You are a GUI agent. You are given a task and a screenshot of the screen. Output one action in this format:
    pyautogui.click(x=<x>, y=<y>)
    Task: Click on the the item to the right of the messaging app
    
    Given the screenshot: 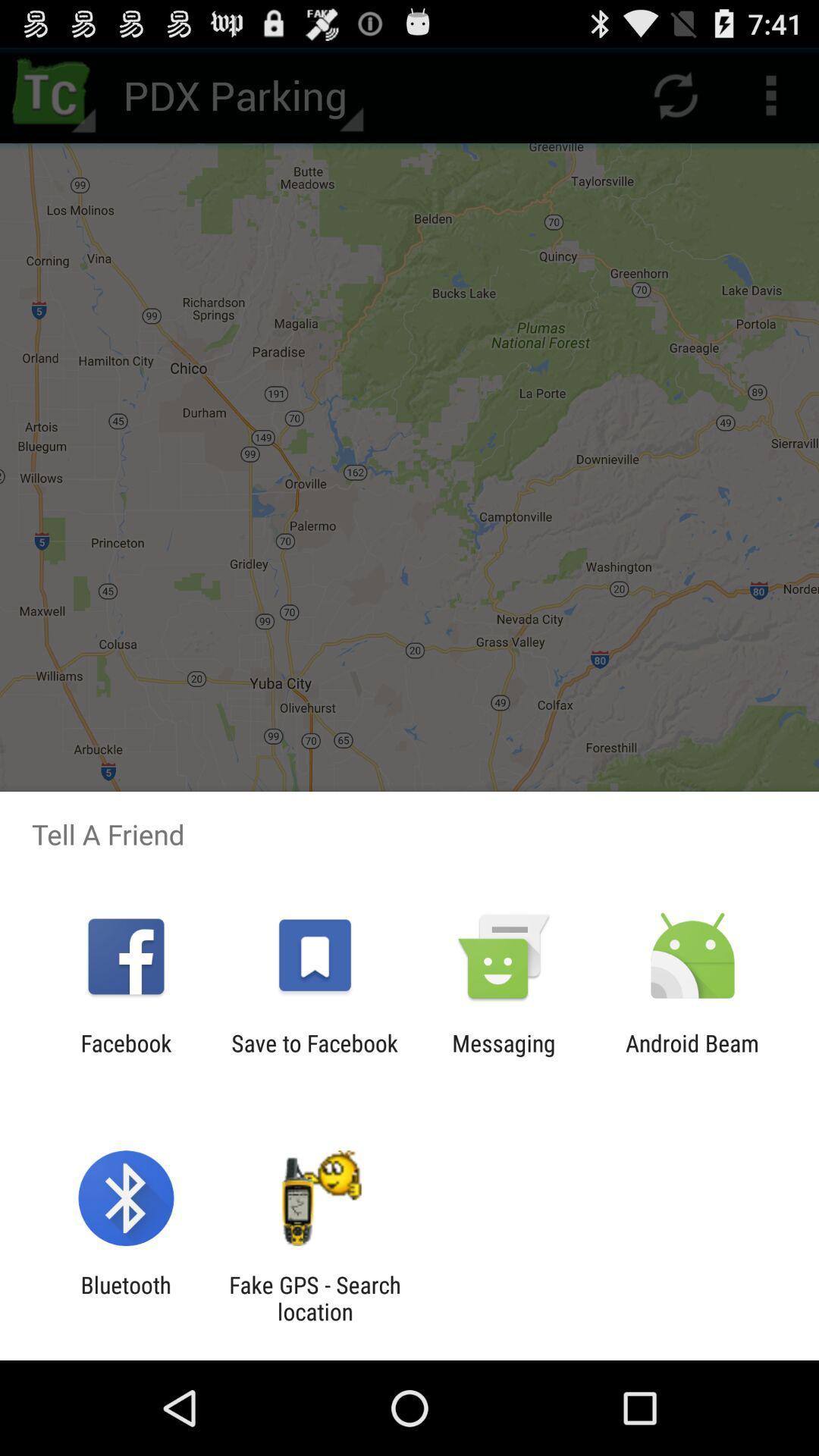 What is the action you would take?
    pyautogui.click(x=692, y=1056)
    